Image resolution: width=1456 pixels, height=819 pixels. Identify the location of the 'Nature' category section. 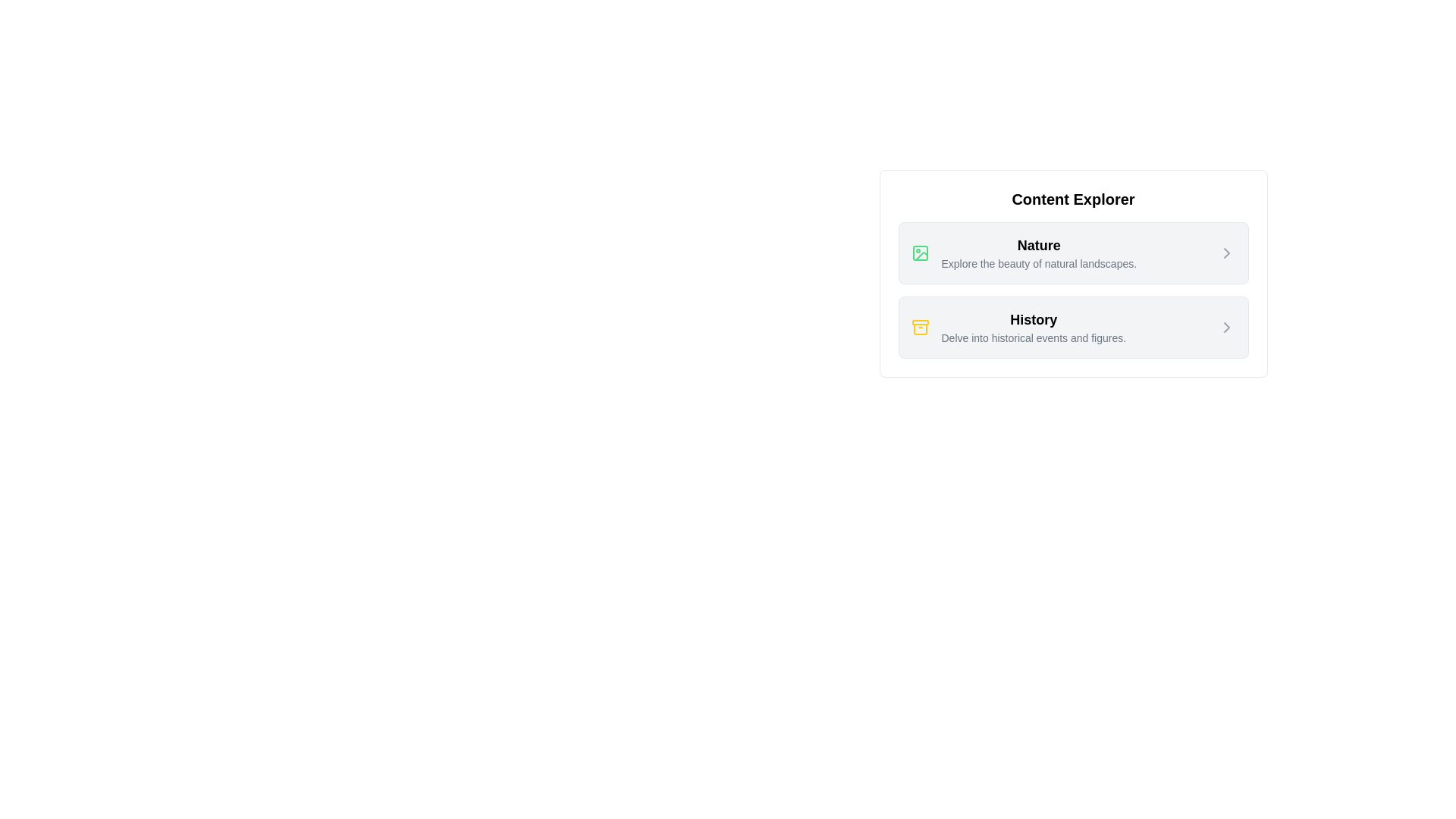
(1023, 253).